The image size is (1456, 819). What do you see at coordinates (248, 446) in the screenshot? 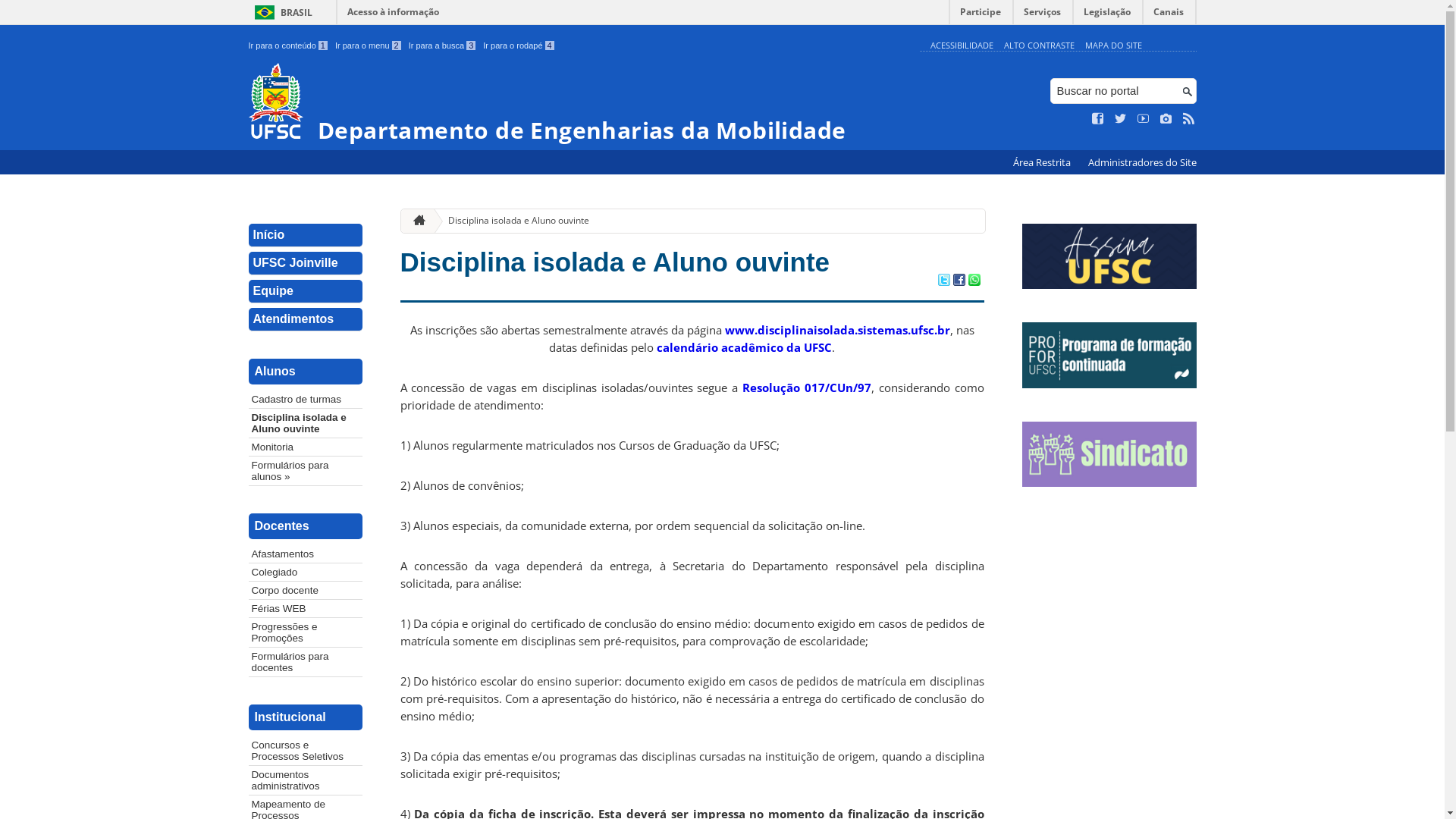
I see `'Monitoria'` at bounding box center [248, 446].